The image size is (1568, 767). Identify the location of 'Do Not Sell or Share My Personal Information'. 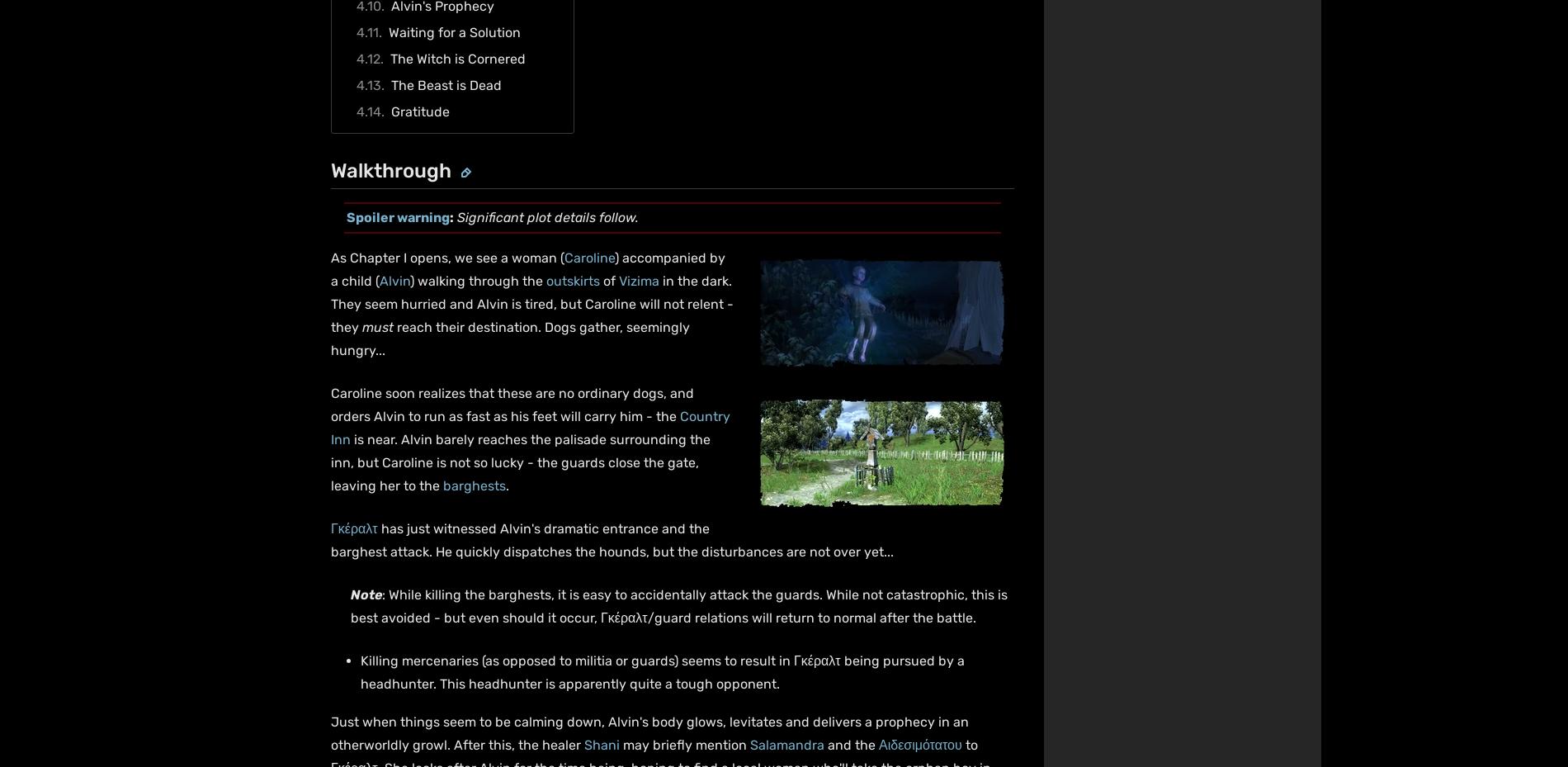
(905, 703).